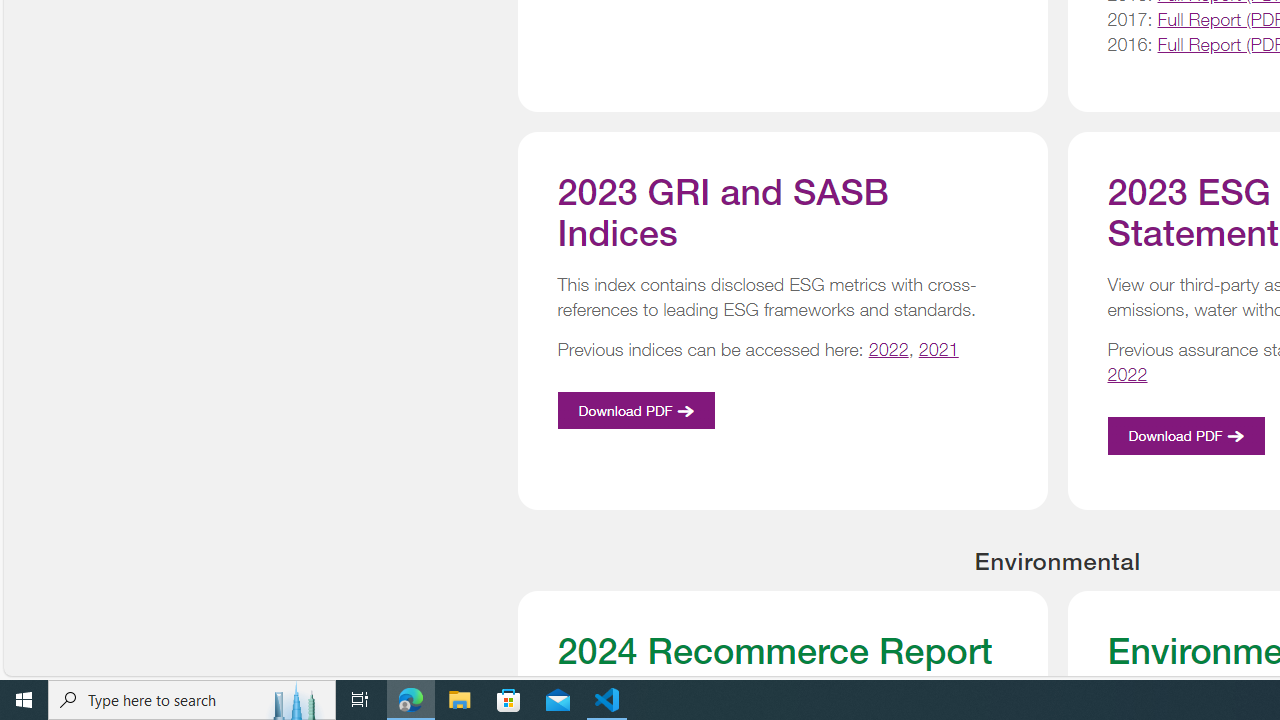  I want to click on '2021', so click(937, 348).